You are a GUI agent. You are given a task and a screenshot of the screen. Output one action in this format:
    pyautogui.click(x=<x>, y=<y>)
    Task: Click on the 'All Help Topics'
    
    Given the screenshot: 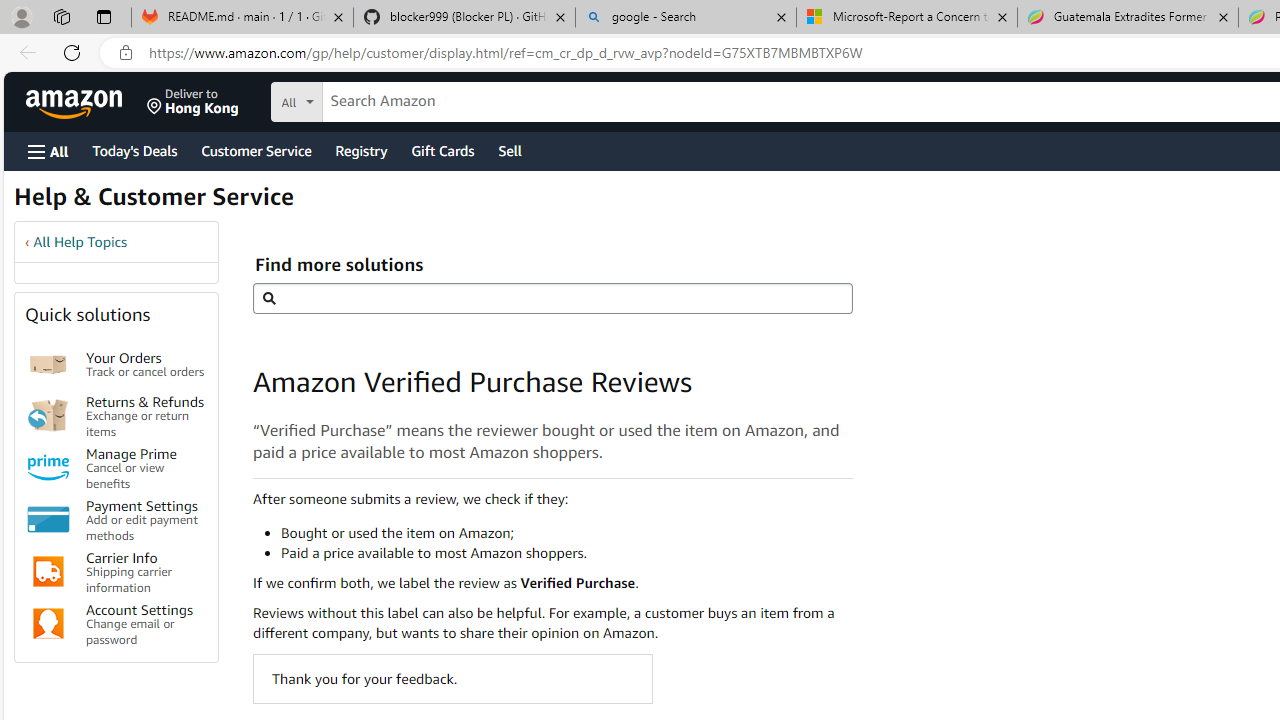 What is the action you would take?
    pyautogui.click(x=80, y=241)
    